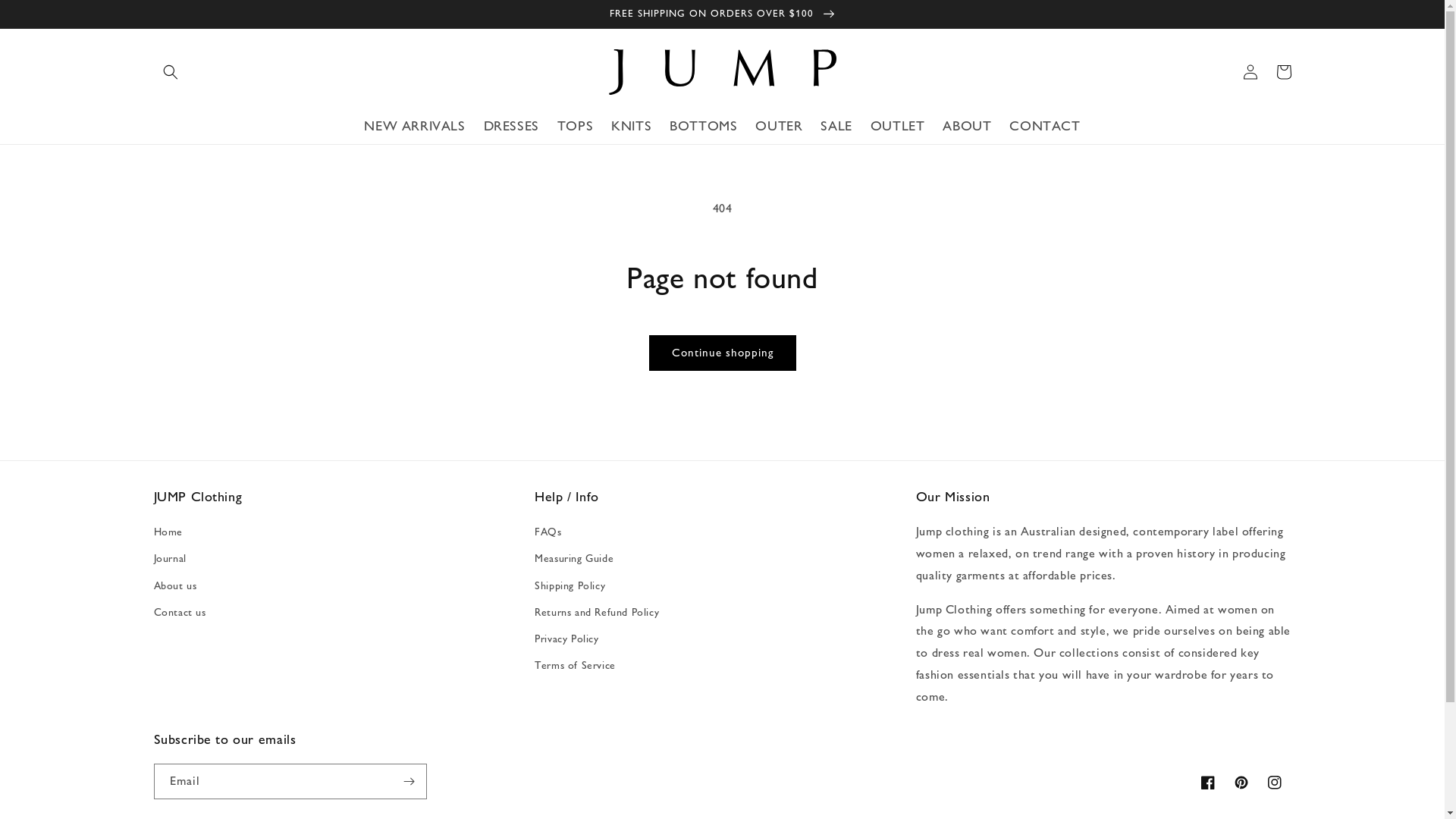 Image resolution: width=1456 pixels, height=819 pixels. I want to click on 'DRESSES', so click(511, 125).